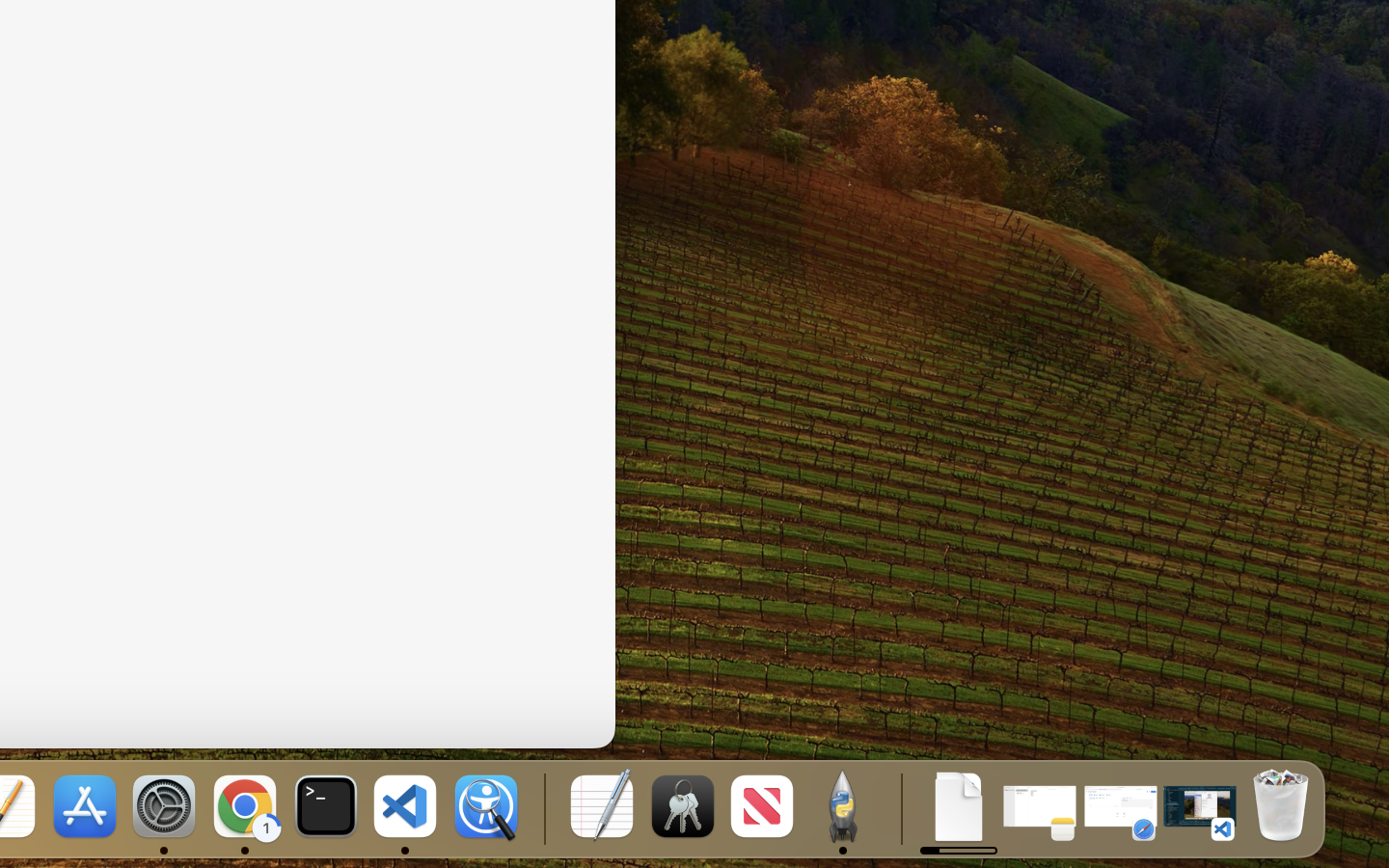 Image resolution: width=1389 pixels, height=868 pixels. What do you see at coordinates (542, 807) in the screenshot?
I see `'0.4285714328289032'` at bounding box center [542, 807].